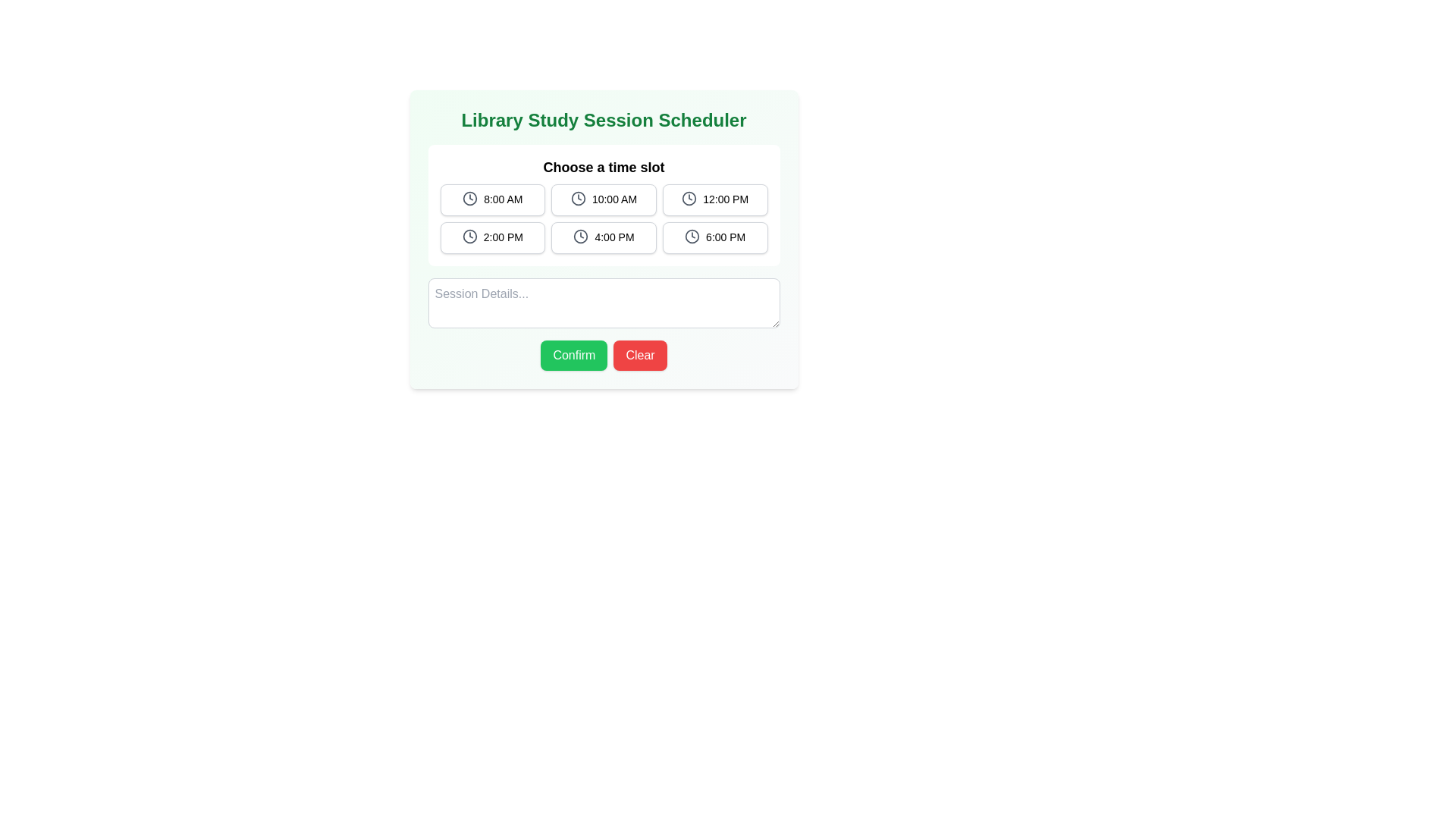 The image size is (1456, 819). What do you see at coordinates (577, 198) in the screenshot?
I see `the clock icon with a circular outline, featuring a hand pointing to 12 and another to 4, located within the '10:00 AM' time slot button` at bounding box center [577, 198].